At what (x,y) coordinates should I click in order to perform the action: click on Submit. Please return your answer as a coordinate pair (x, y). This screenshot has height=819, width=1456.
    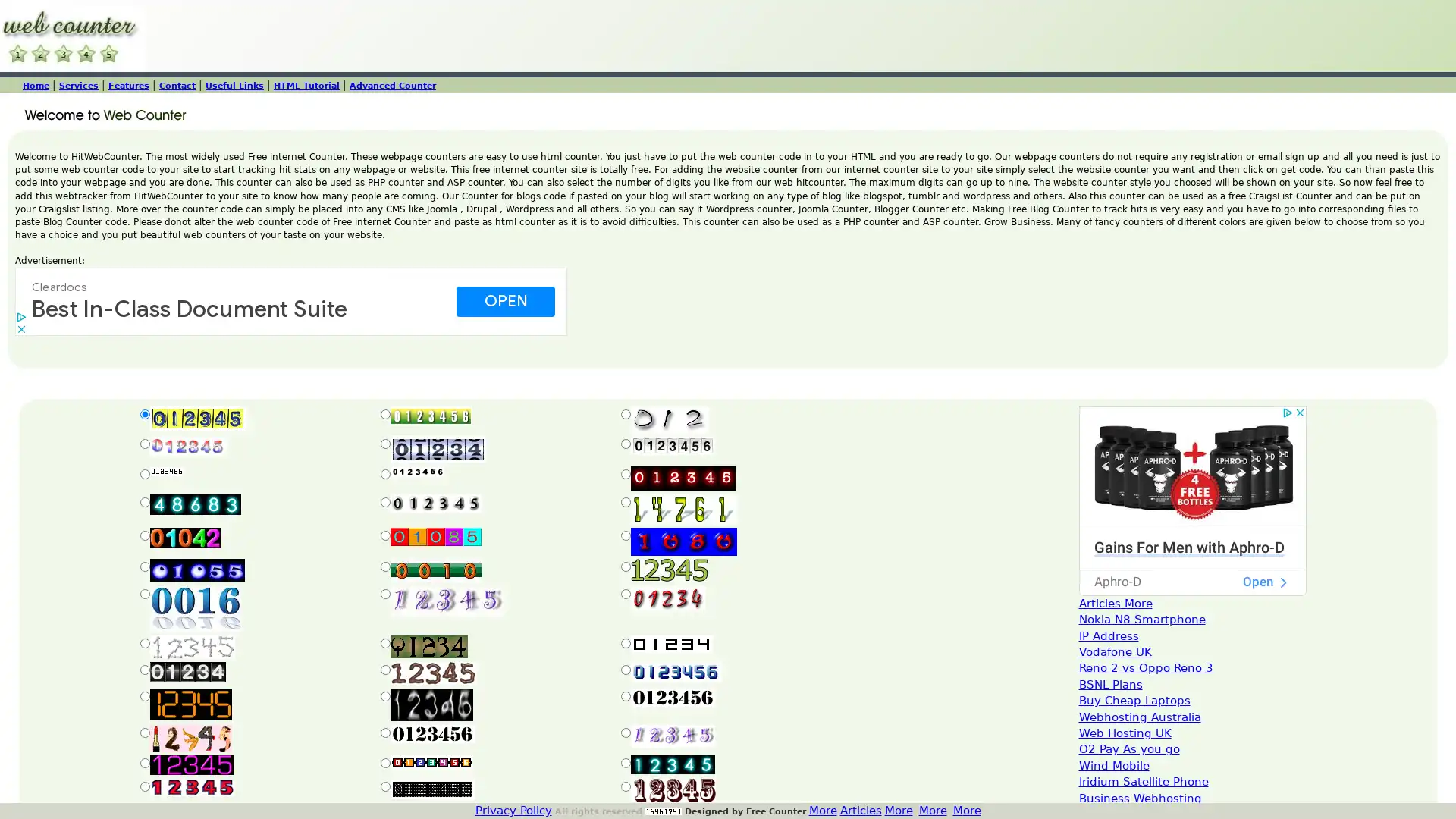
    Looking at the image, I should click on (195, 504).